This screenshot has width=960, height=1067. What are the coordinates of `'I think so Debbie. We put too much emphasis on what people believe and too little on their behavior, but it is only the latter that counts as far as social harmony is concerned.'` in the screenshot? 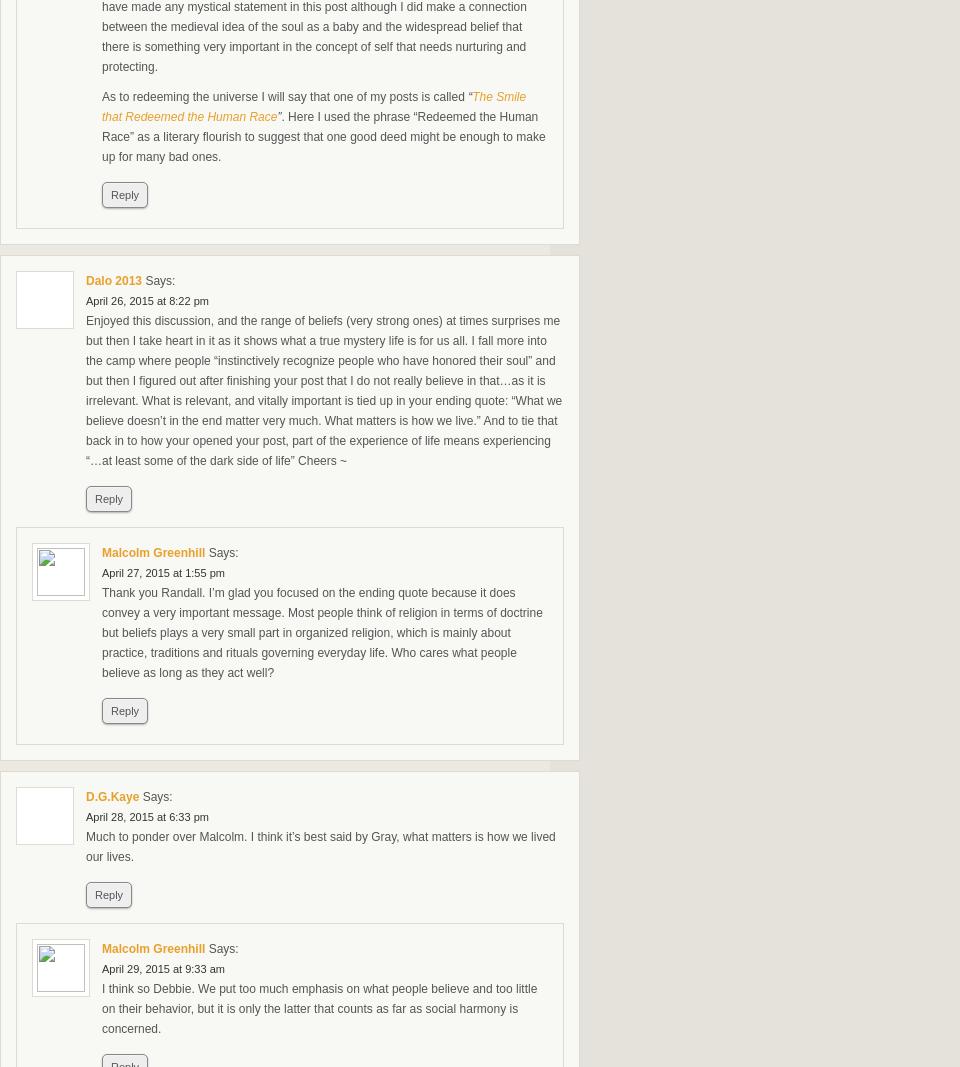 It's located at (319, 1008).